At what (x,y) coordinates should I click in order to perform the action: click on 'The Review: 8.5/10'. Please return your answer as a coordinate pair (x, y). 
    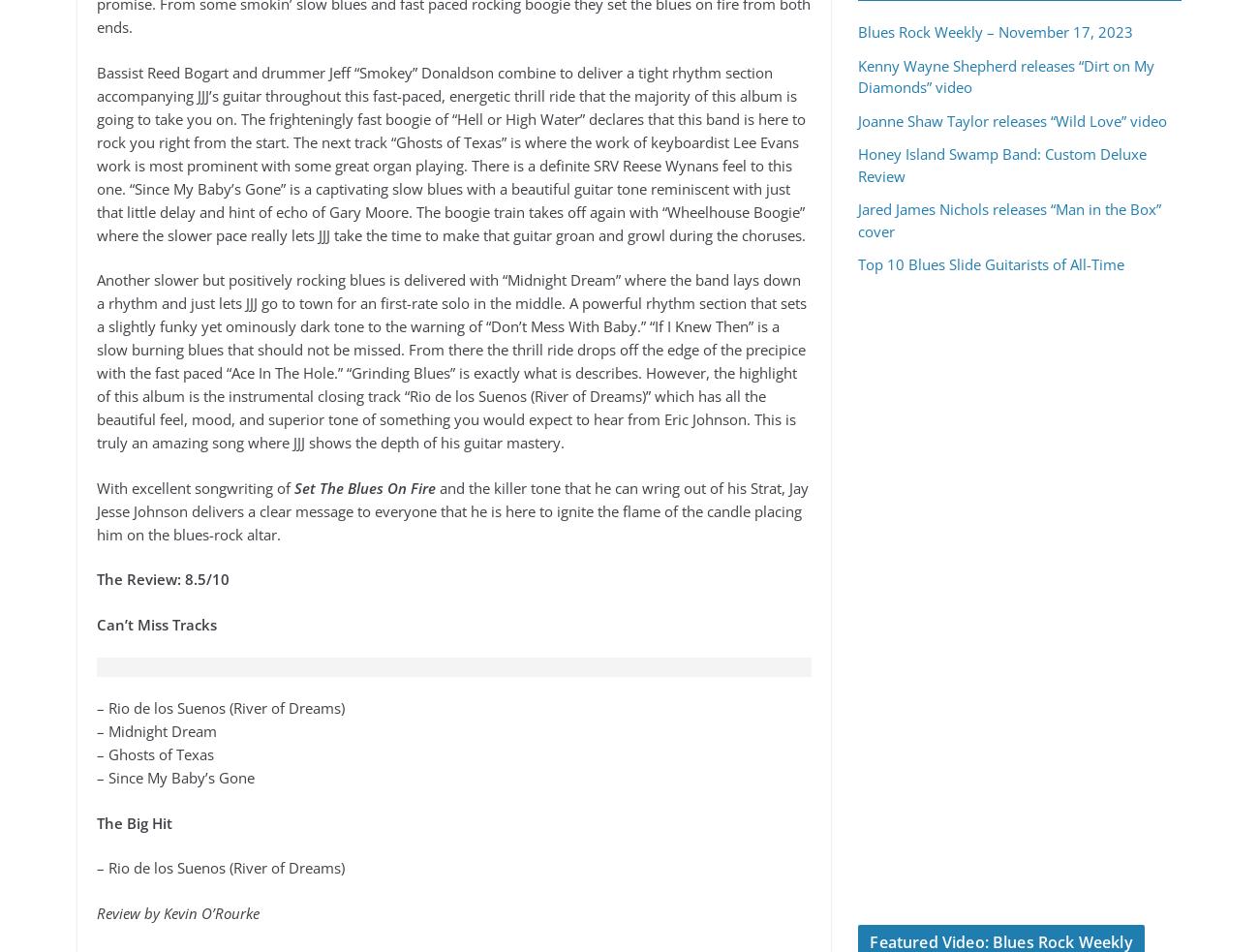
    Looking at the image, I should click on (163, 578).